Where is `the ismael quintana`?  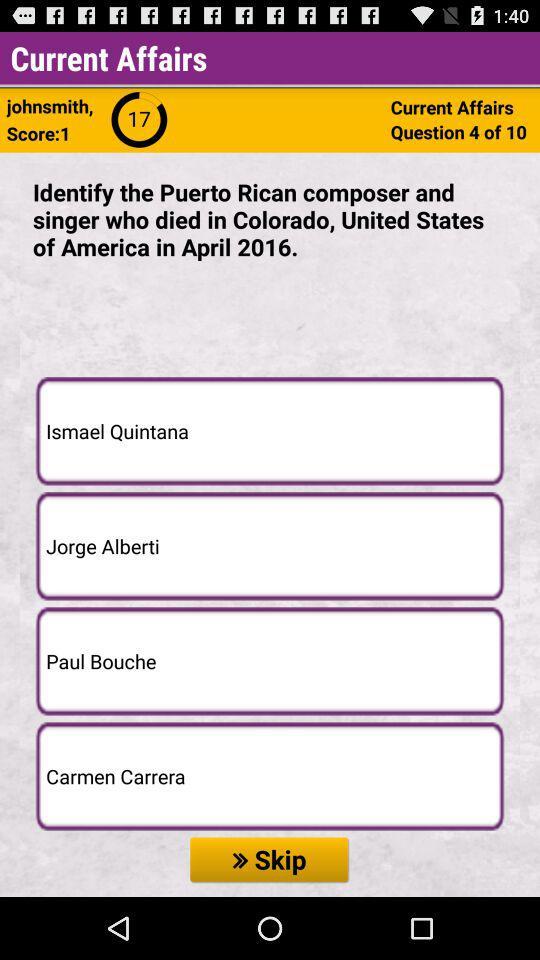 the ismael quintana is located at coordinates (270, 431).